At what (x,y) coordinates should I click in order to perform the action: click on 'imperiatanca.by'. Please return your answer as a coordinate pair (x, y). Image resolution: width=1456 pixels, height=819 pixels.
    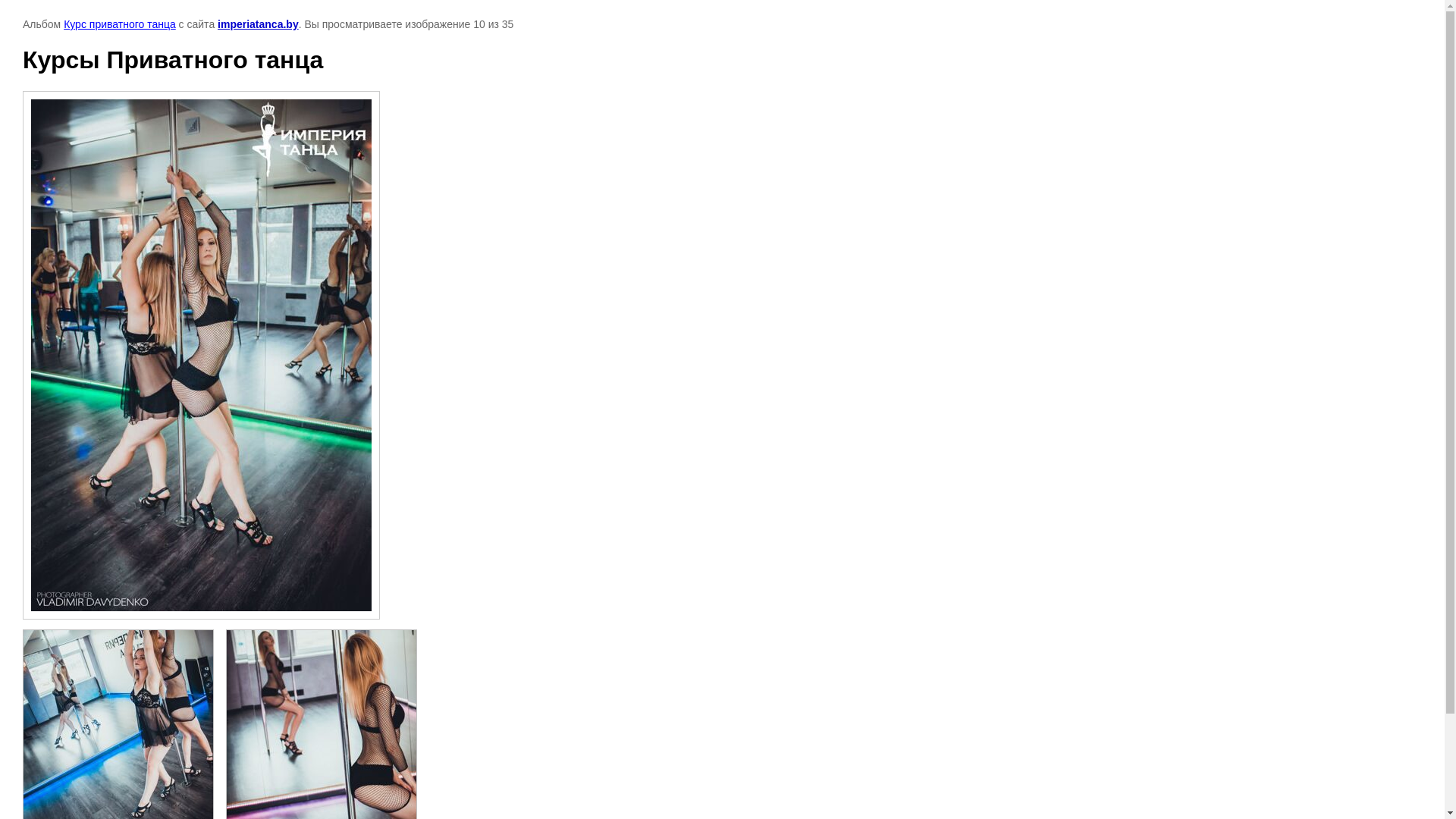
    Looking at the image, I should click on (258, 24).